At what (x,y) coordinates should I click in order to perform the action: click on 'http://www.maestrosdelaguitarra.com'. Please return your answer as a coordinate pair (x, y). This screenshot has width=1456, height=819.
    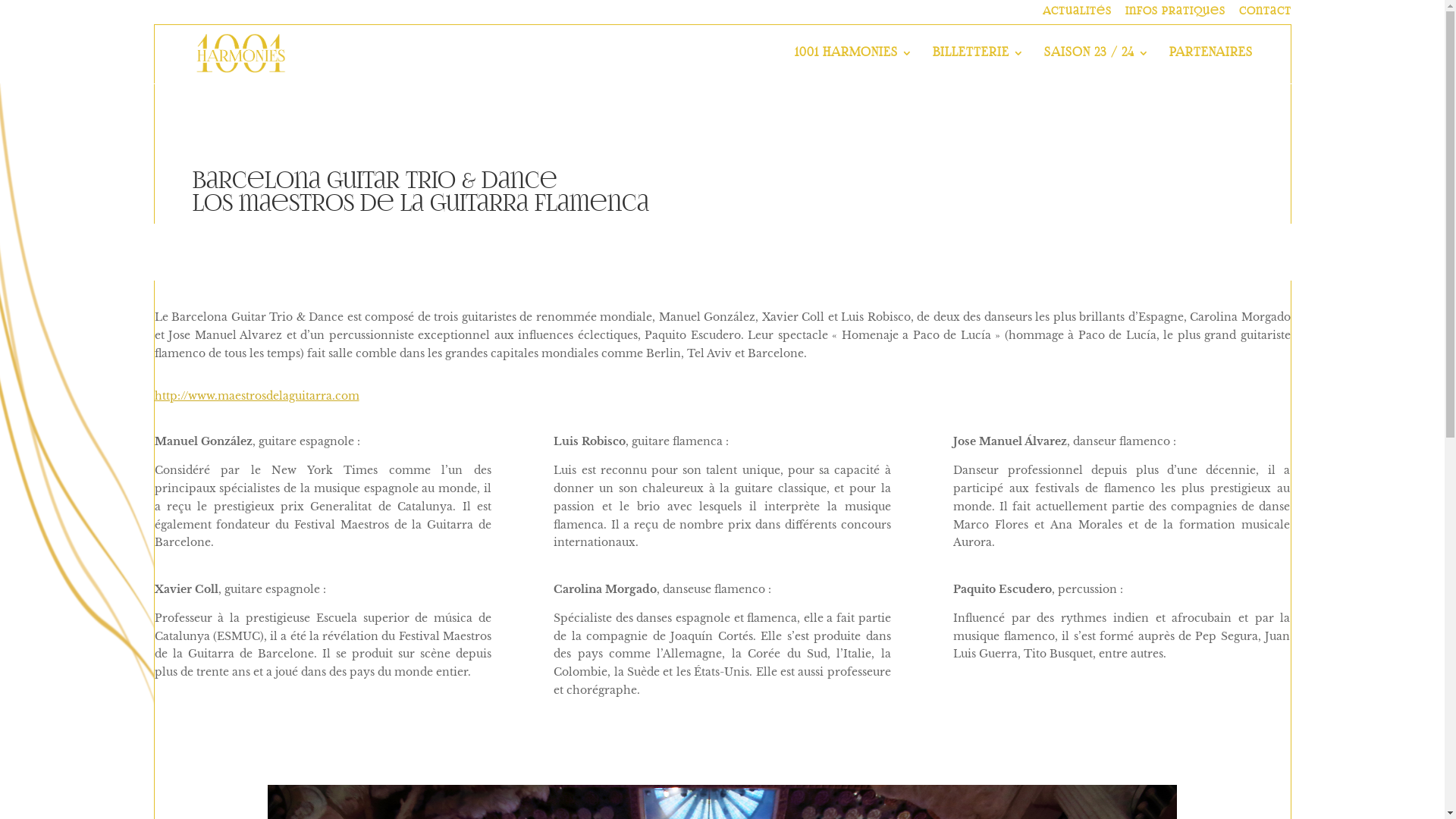
    Looking at the image, I should click on (257, 394).